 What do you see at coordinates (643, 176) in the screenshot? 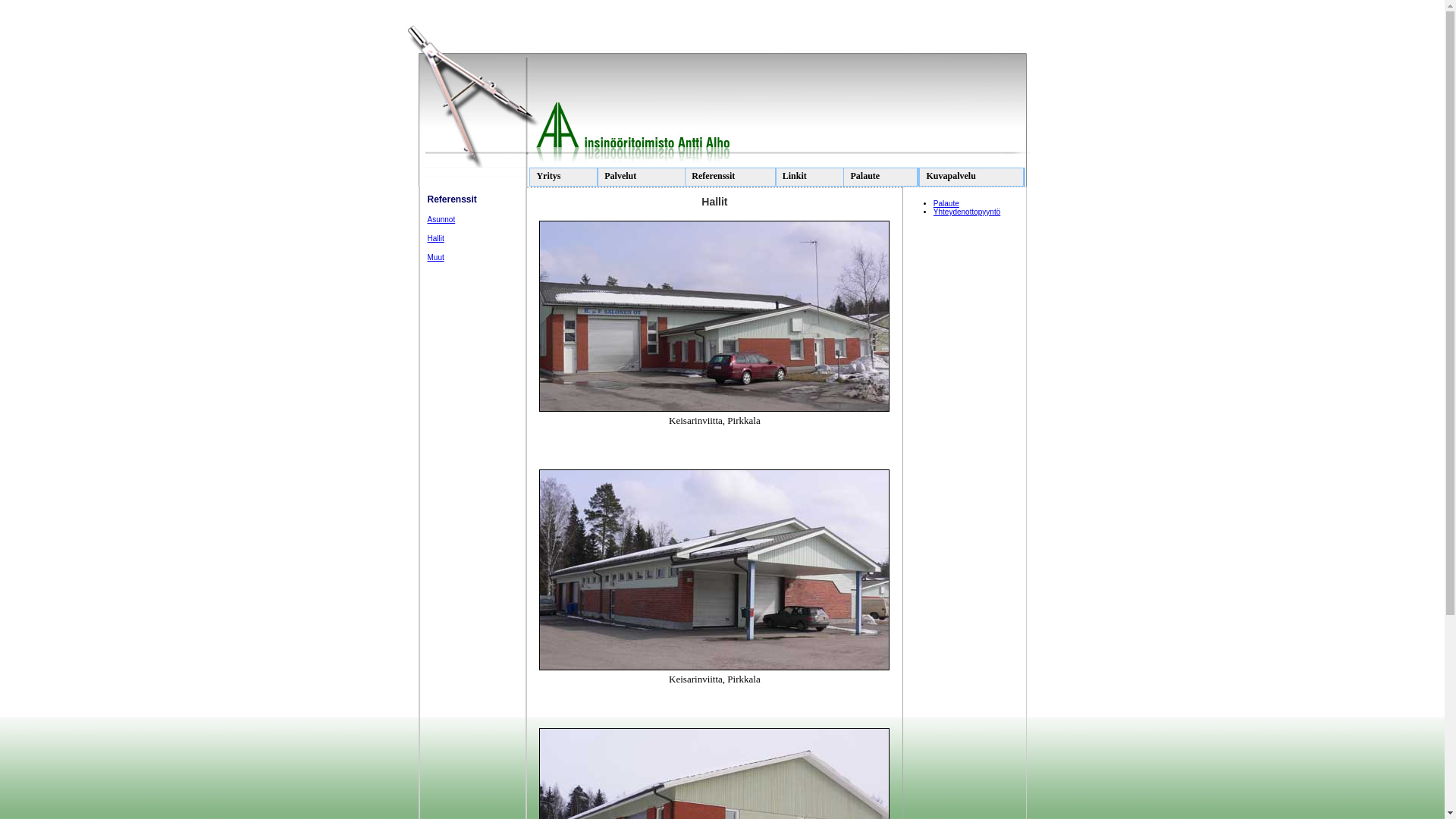
I see `'Palvelut'` at bounding box center [643, 176].